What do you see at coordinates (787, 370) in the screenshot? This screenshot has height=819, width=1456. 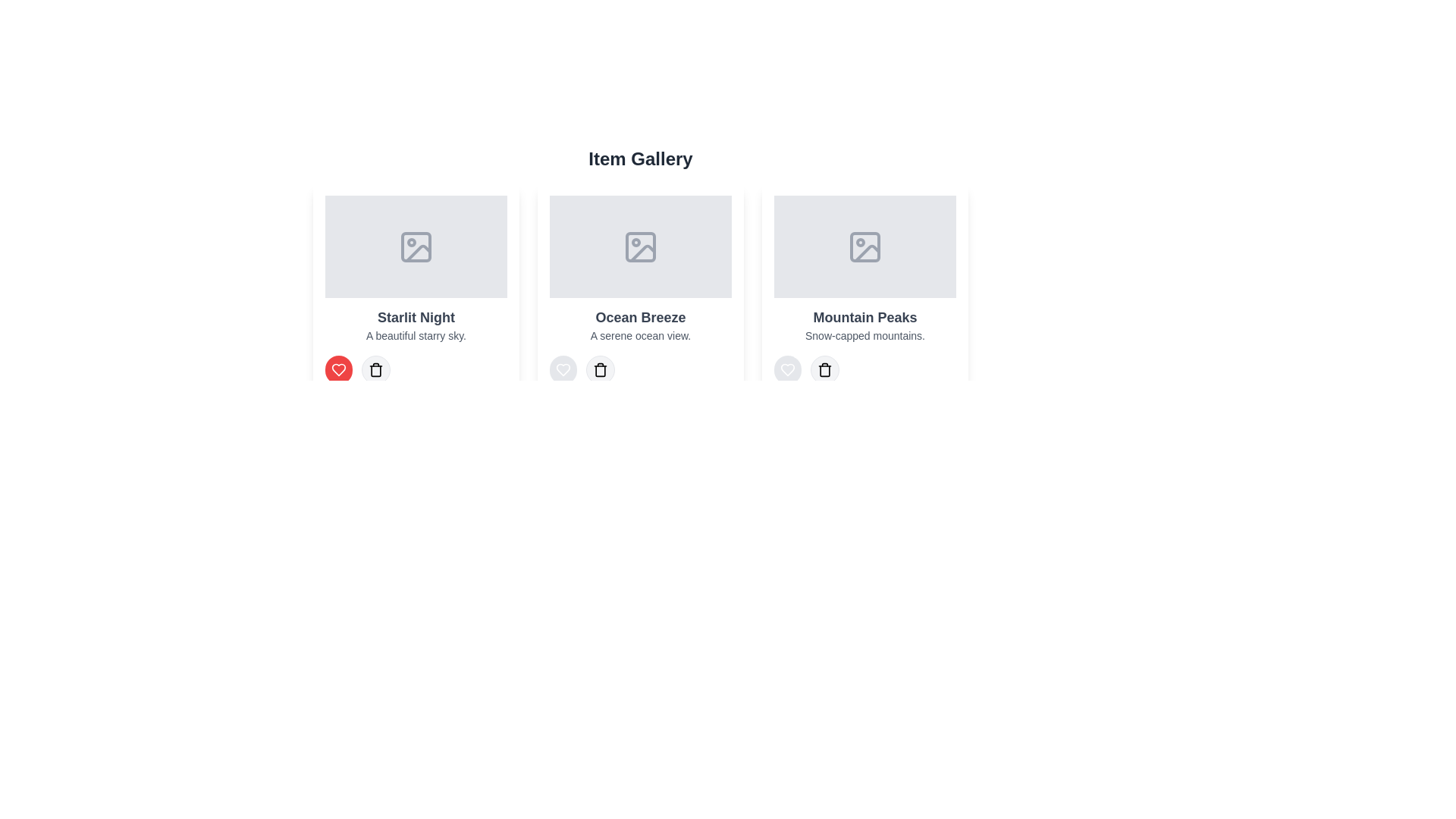 I see `the like button for the item labeled 'Mountain Peaks' to toggle its like status` at bounding box center [787, 370].